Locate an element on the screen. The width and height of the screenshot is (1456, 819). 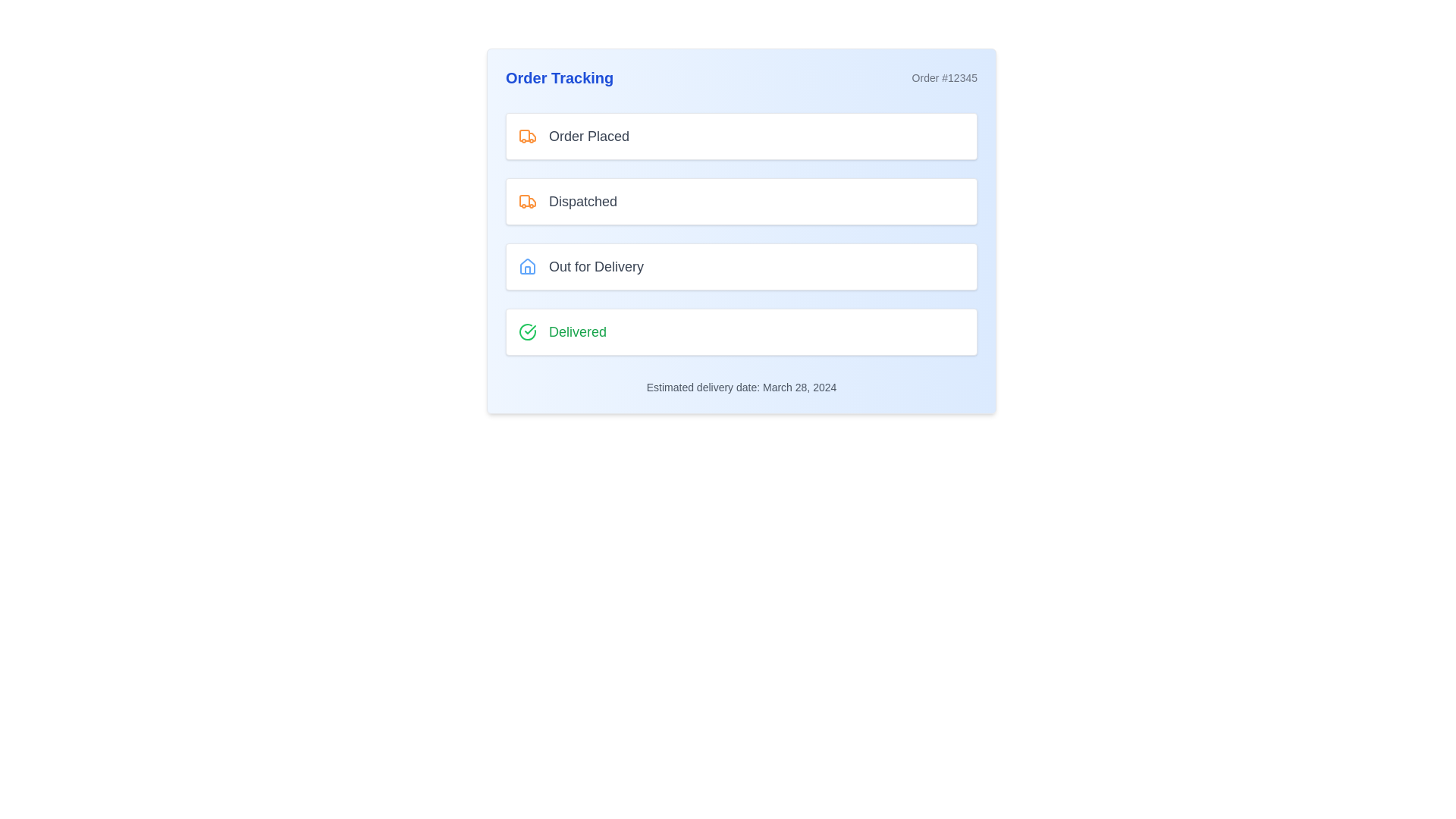
the status indicated by the green checkmark icon, which is the first element on the left within the 'Delivered' status indicator block at the bottom of the order tracking steps list is located at coordinates (528, 331).